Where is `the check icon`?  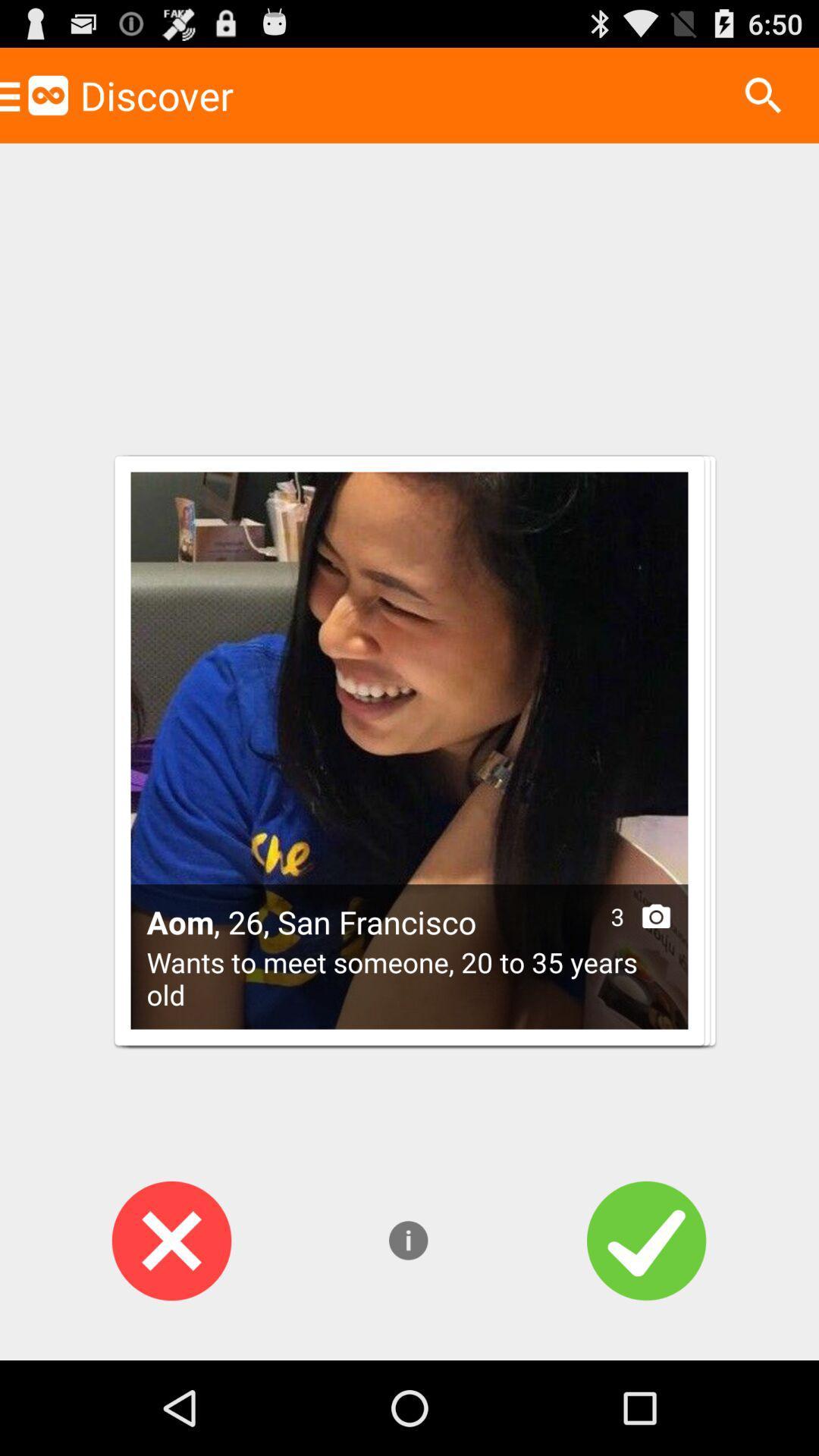 the check icon is located at coordinates (646, 1327).